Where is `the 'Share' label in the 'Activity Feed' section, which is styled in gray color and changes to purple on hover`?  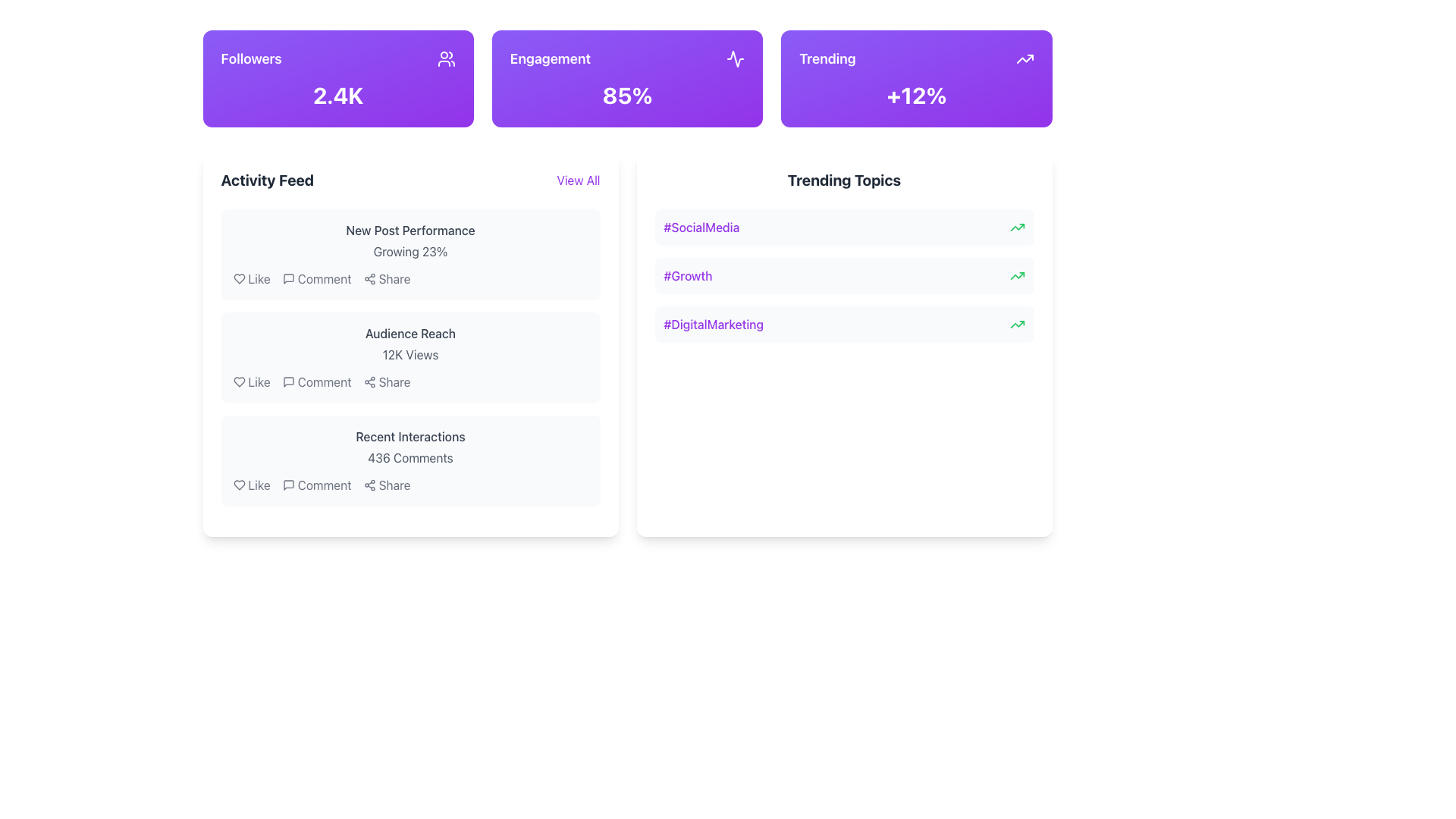 the 'Share' label in the 'Activity Feed' section, which is styled in gray color and changes to purple on hover is located at coordinates (394, 278).